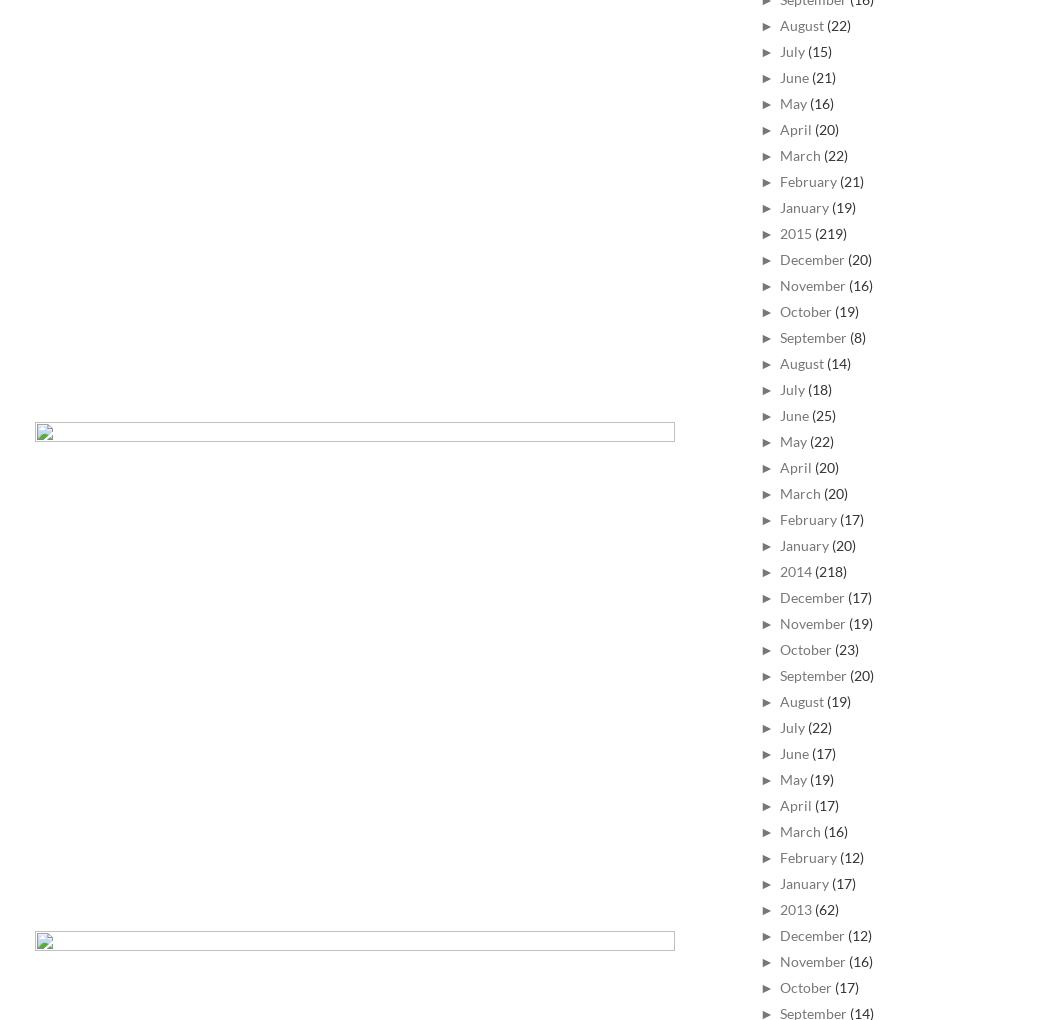 This screenshot has width=1060, height=1020. What do you see at coordinates (838, 362) in the screenshot?
I see `'(14)'` at bounding box center [838, 362].